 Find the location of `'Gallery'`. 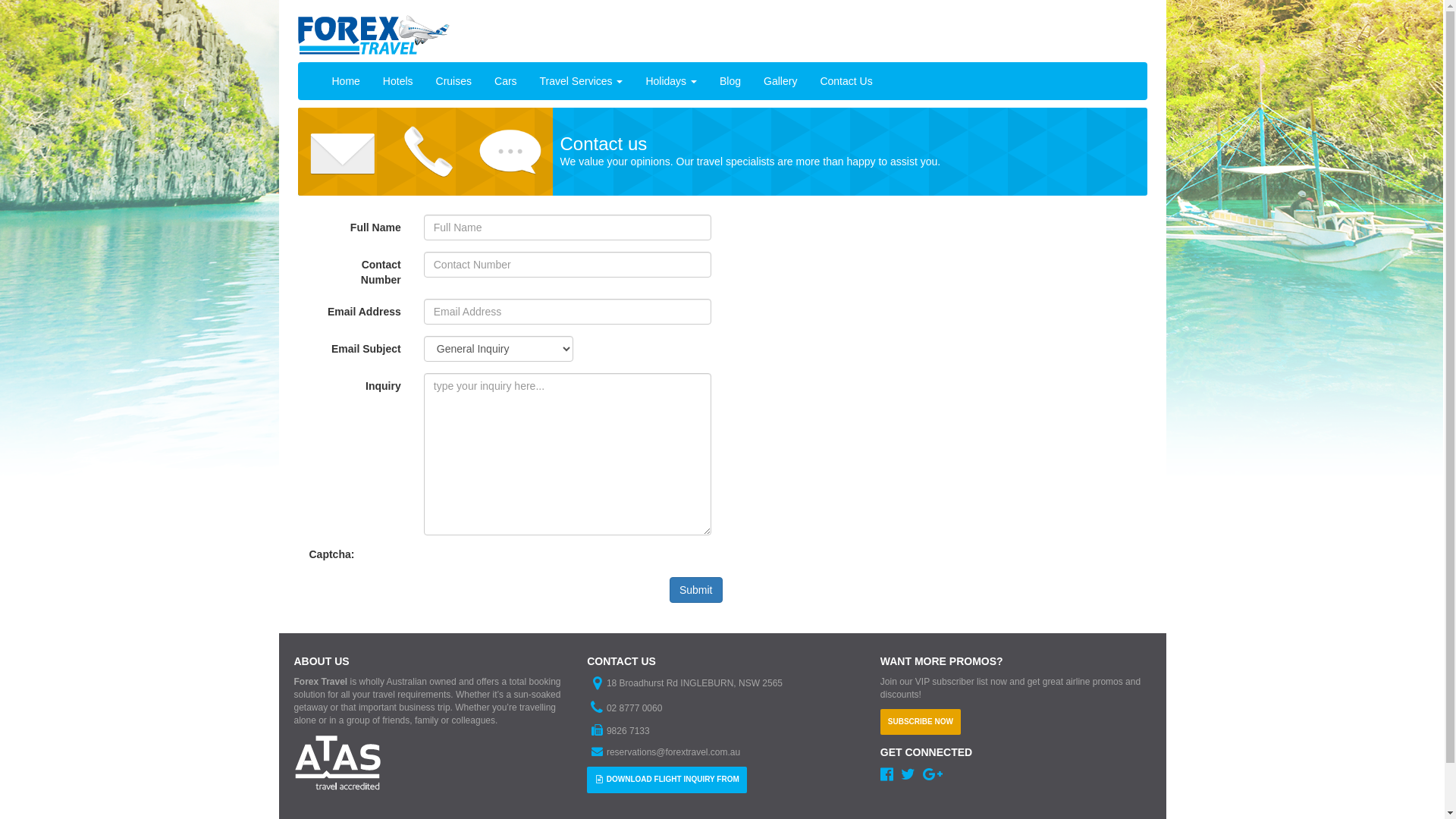

'Gallery' is located at coordinates (780, 81).